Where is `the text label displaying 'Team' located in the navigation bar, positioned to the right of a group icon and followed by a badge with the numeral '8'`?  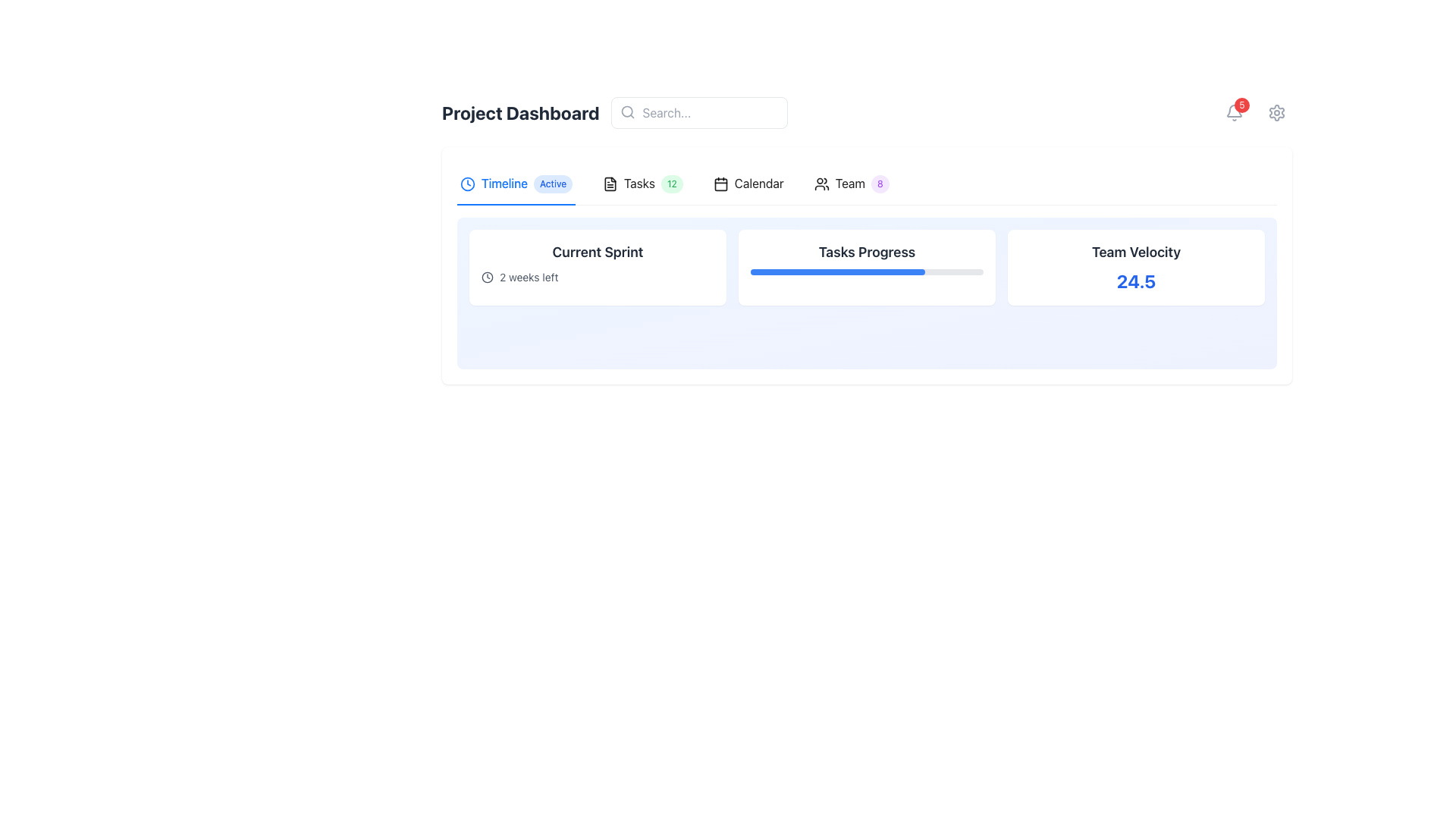
the text label displaying 'Team' located in the navigation bar, positioned to the right of a group icon and followed by a badge with the numeral '8' is located at coordinates (850, 183).